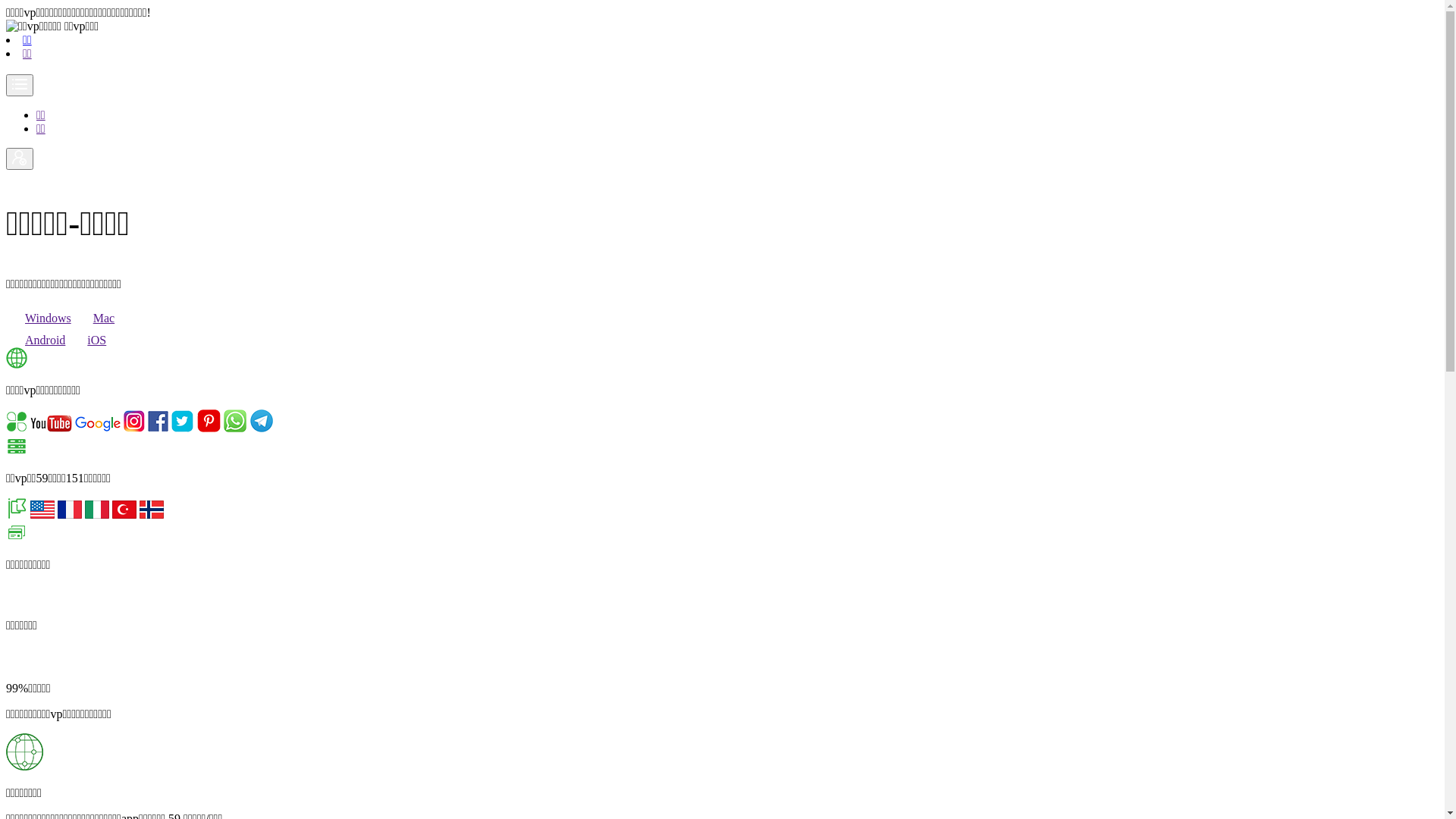 The height and width of the screenshot is (819, 1456). What do you see at coordinates (86, 339) in the screenshot?
I see `'iOS'` at bounding box center [86, 339].